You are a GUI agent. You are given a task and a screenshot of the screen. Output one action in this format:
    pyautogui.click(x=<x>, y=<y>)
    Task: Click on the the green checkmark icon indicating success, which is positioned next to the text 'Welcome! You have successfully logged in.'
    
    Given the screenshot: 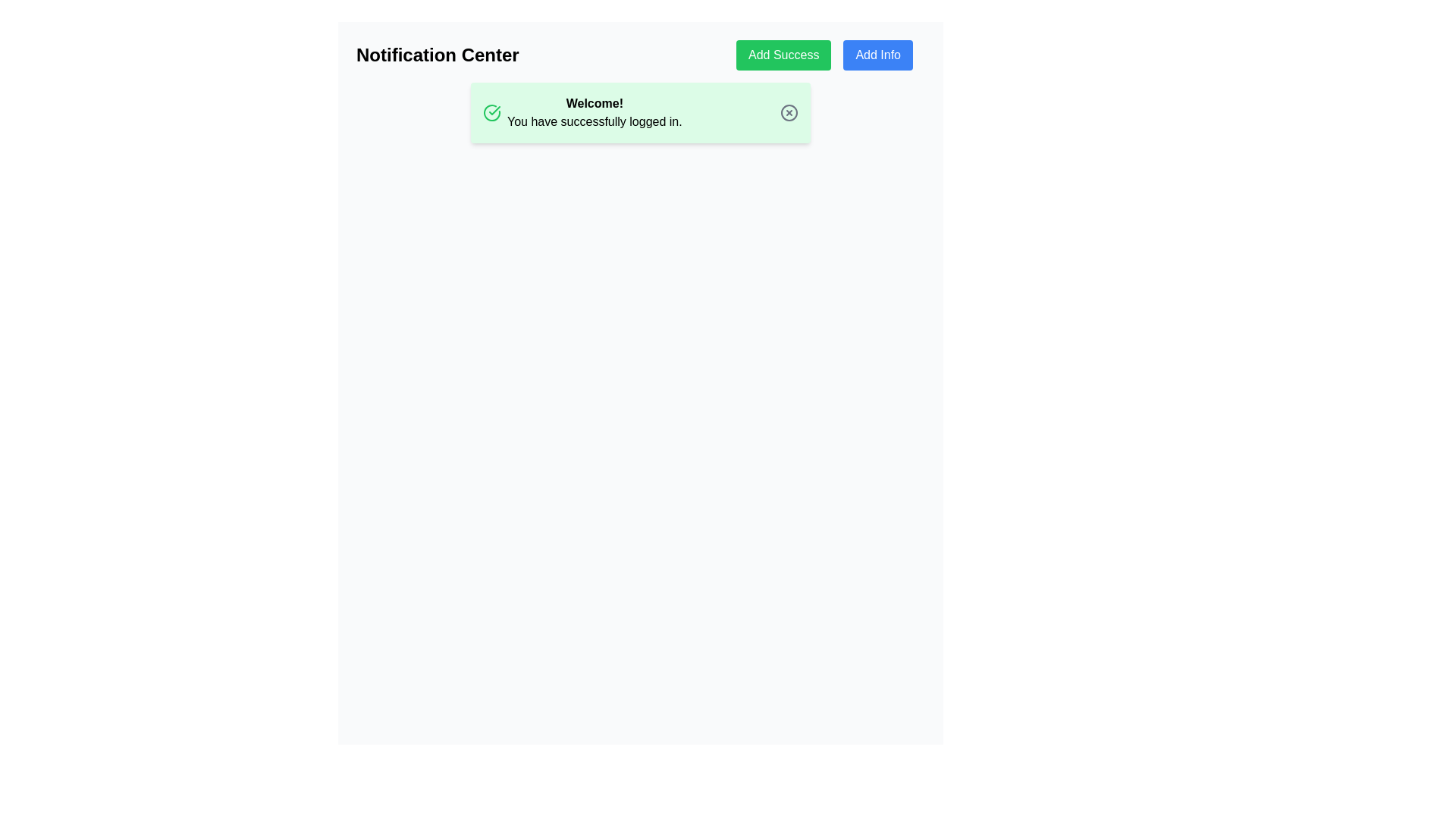 What is the action you would take?
    pyautogui.click(x=494, y=110)
    